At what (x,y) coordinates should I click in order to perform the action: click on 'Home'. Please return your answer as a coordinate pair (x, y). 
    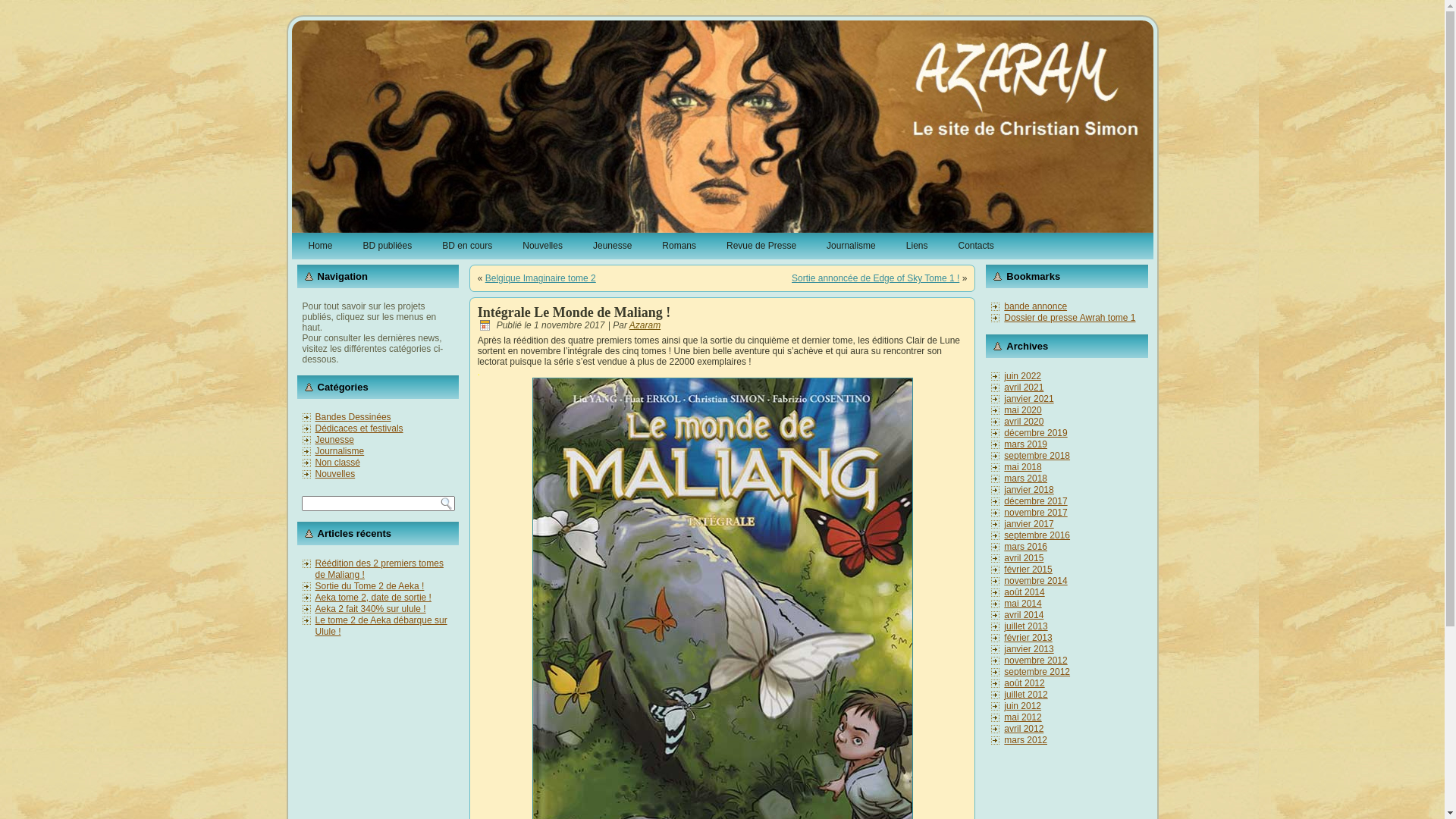
    Looking at the image, I should click on (295, 245).